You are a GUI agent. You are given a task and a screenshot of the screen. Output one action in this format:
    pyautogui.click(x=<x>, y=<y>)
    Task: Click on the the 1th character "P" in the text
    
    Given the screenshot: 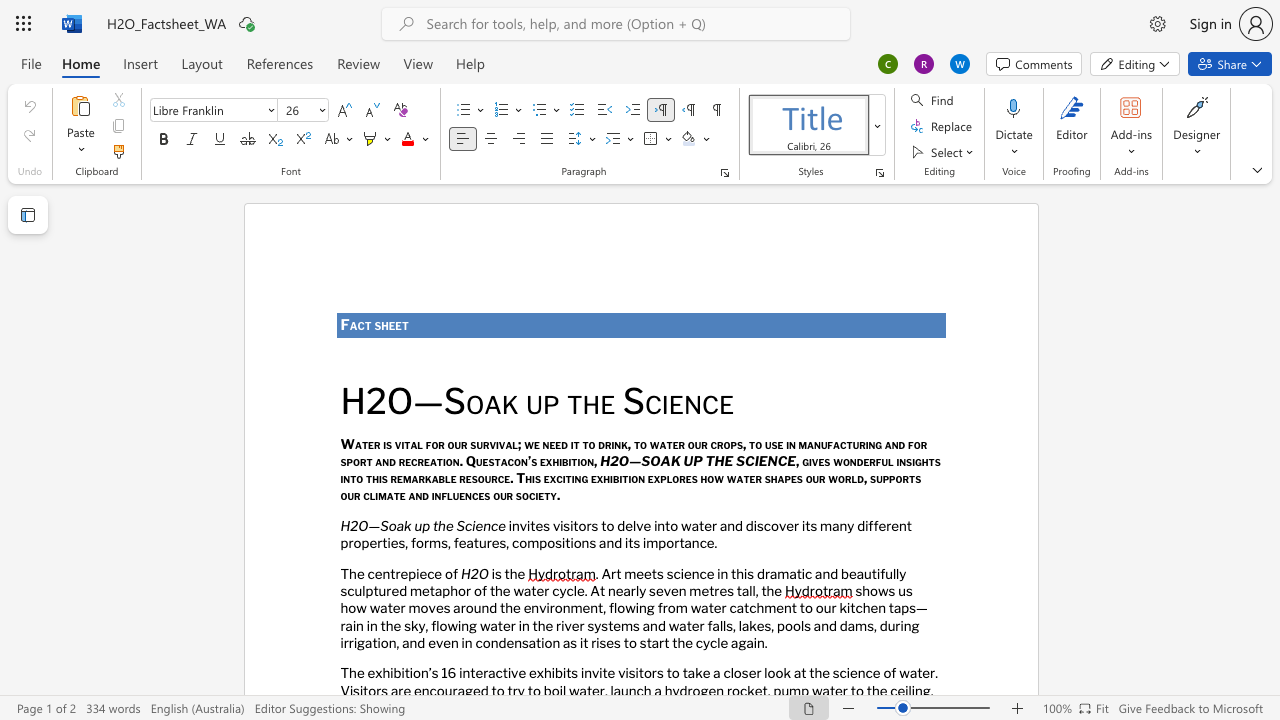 What is the action you would take?
    pyautogui.click(x=697, y=460)
    